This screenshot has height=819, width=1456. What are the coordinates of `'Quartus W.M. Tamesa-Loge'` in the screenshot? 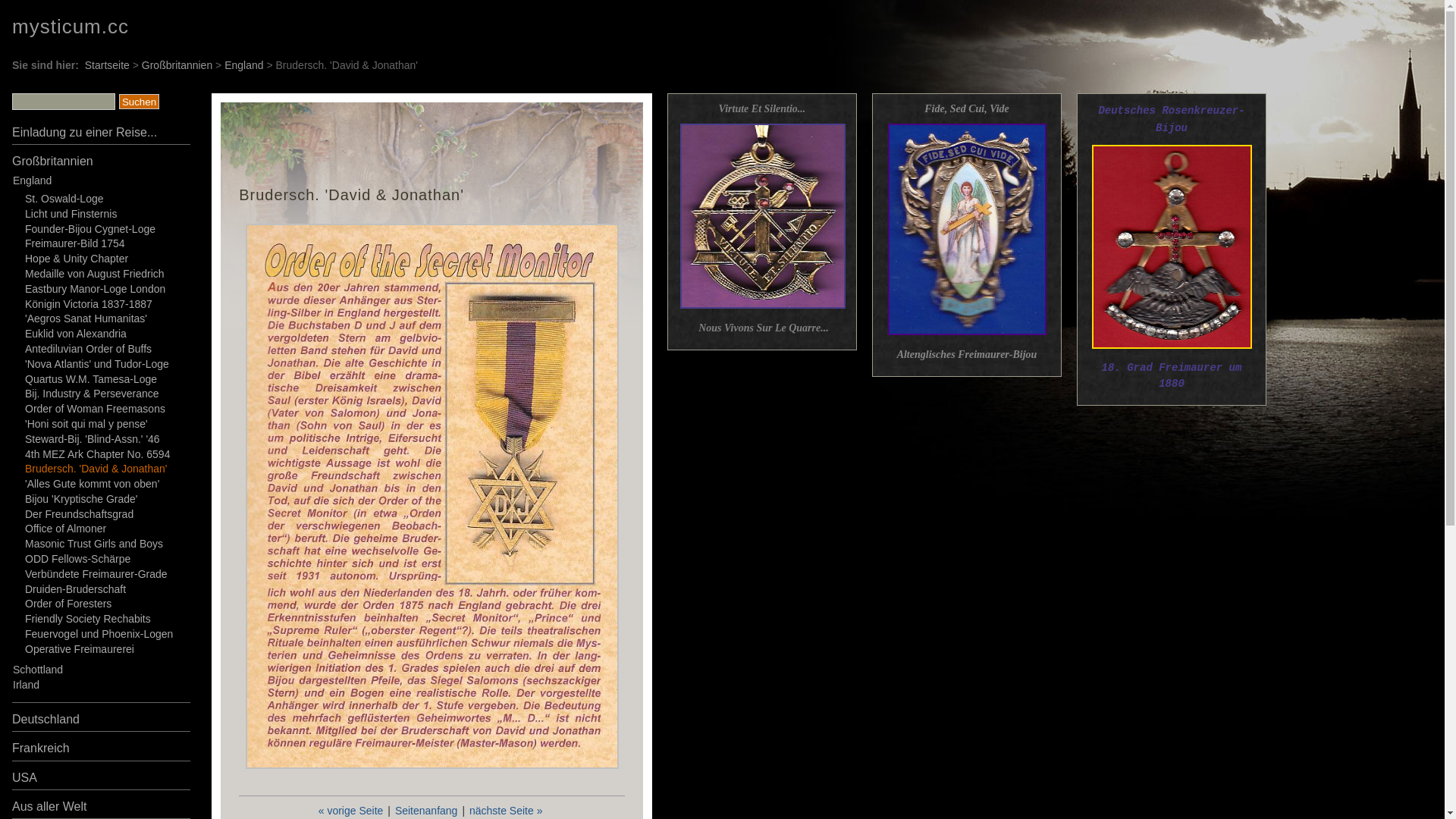 It's located at (90, 378).